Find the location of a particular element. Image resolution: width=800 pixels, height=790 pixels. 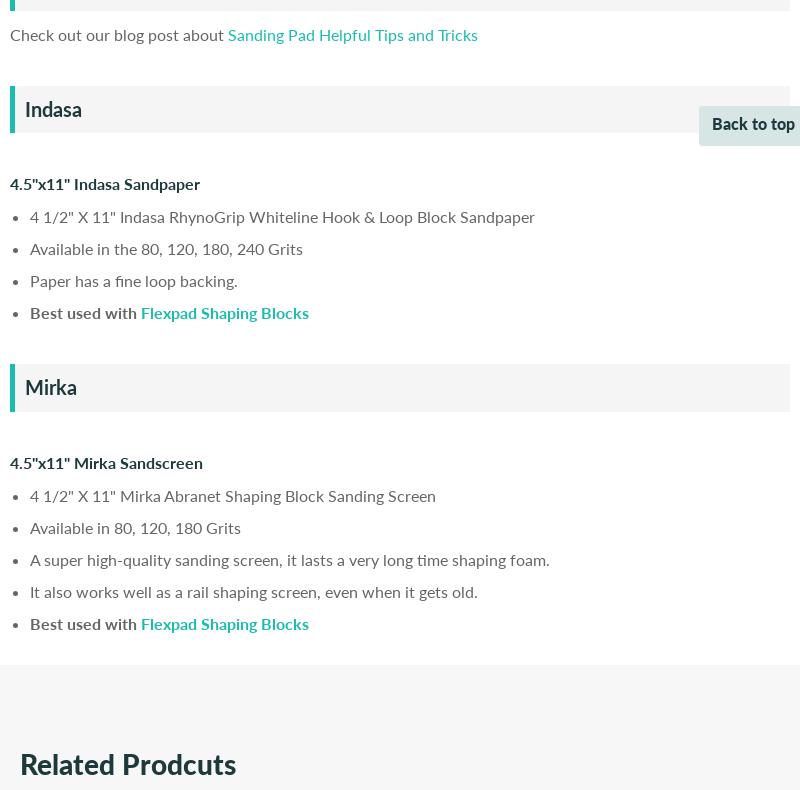

'4 1/2" X 11" Indasa RhynoGrip Whiteline Hook & Loop Block Sandpaper' is located at coordinates (282, 216).